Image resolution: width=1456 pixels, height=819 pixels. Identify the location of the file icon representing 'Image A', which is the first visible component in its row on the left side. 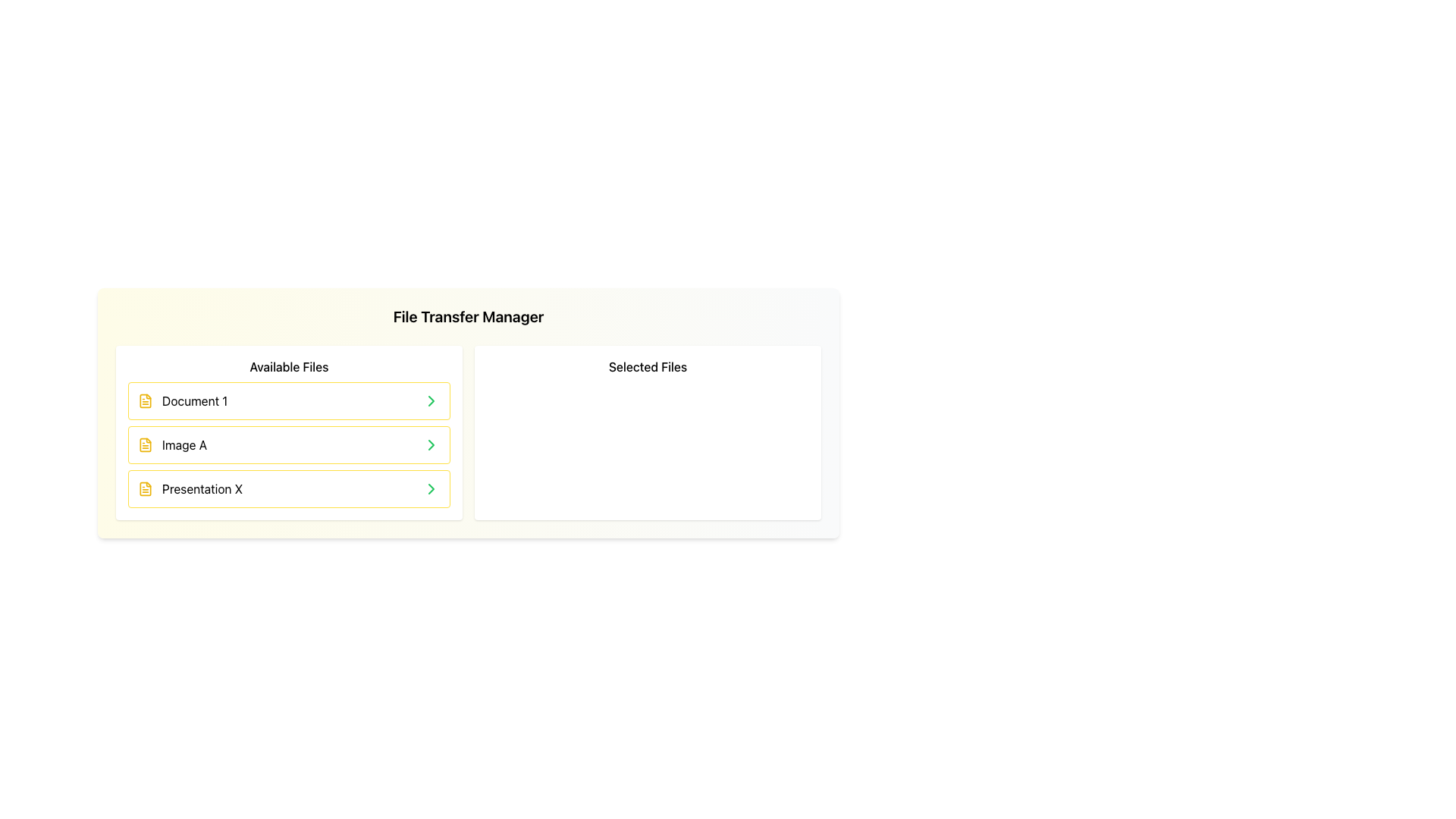
(146, 444).